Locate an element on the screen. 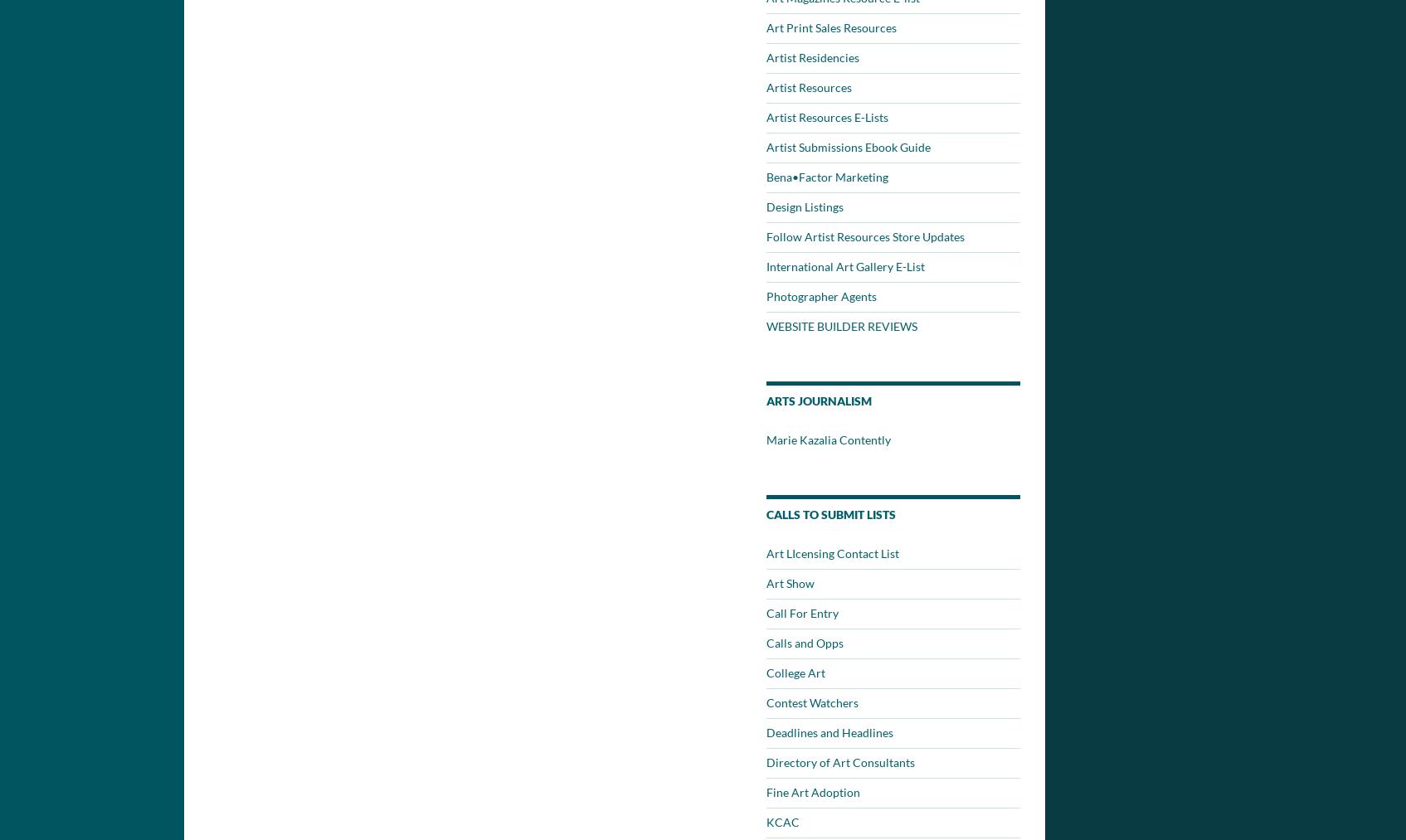 The image size is (1406, 840). 'Artist Residencies' is located at coordinates (812, 56).